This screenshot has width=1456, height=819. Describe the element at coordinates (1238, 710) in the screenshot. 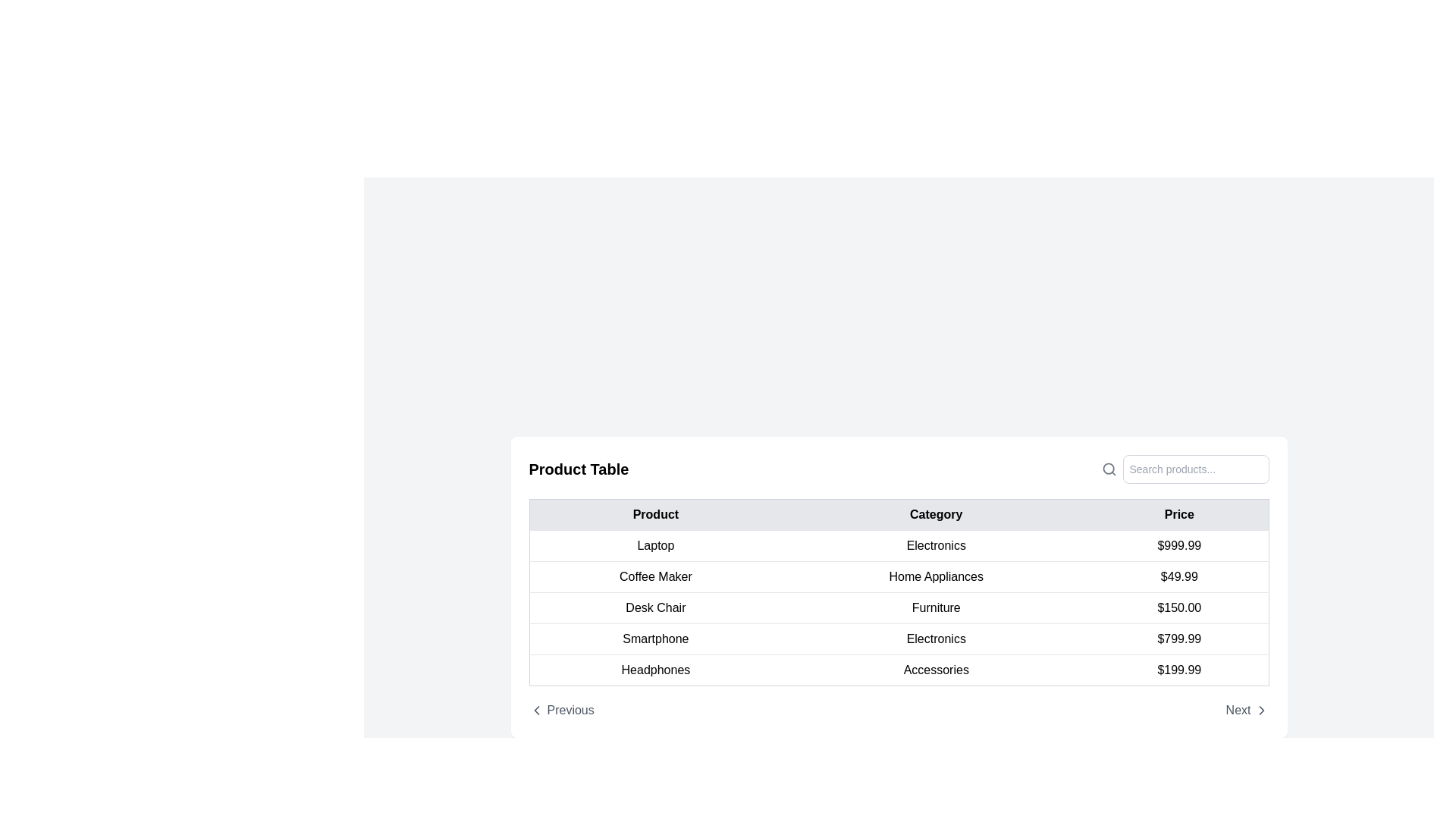

I see `the 'Next' text label located at the bottom-right of the content area` at that location.